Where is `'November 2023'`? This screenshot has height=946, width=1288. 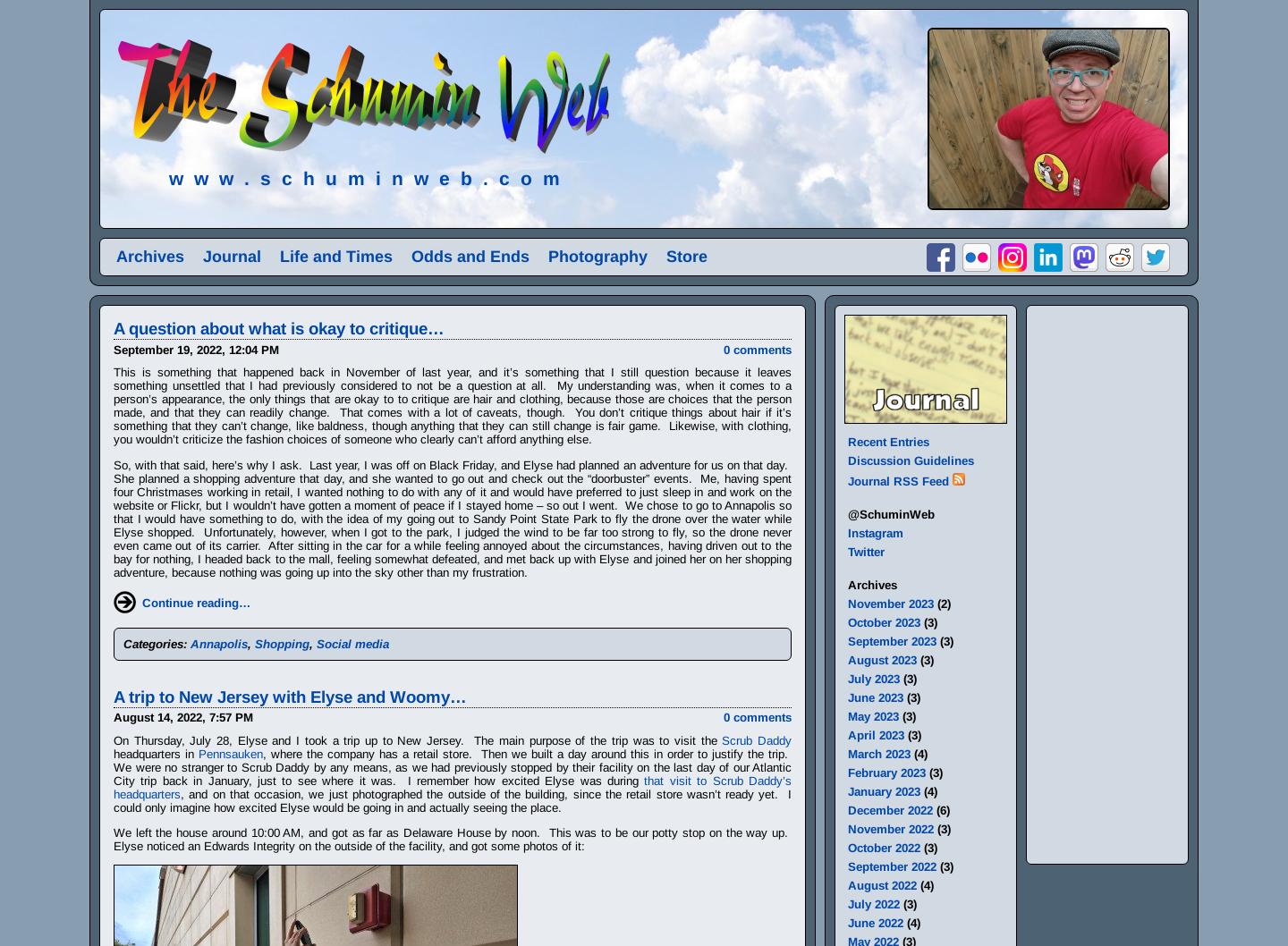 'November 2023' is located at coordinates (890, 603).